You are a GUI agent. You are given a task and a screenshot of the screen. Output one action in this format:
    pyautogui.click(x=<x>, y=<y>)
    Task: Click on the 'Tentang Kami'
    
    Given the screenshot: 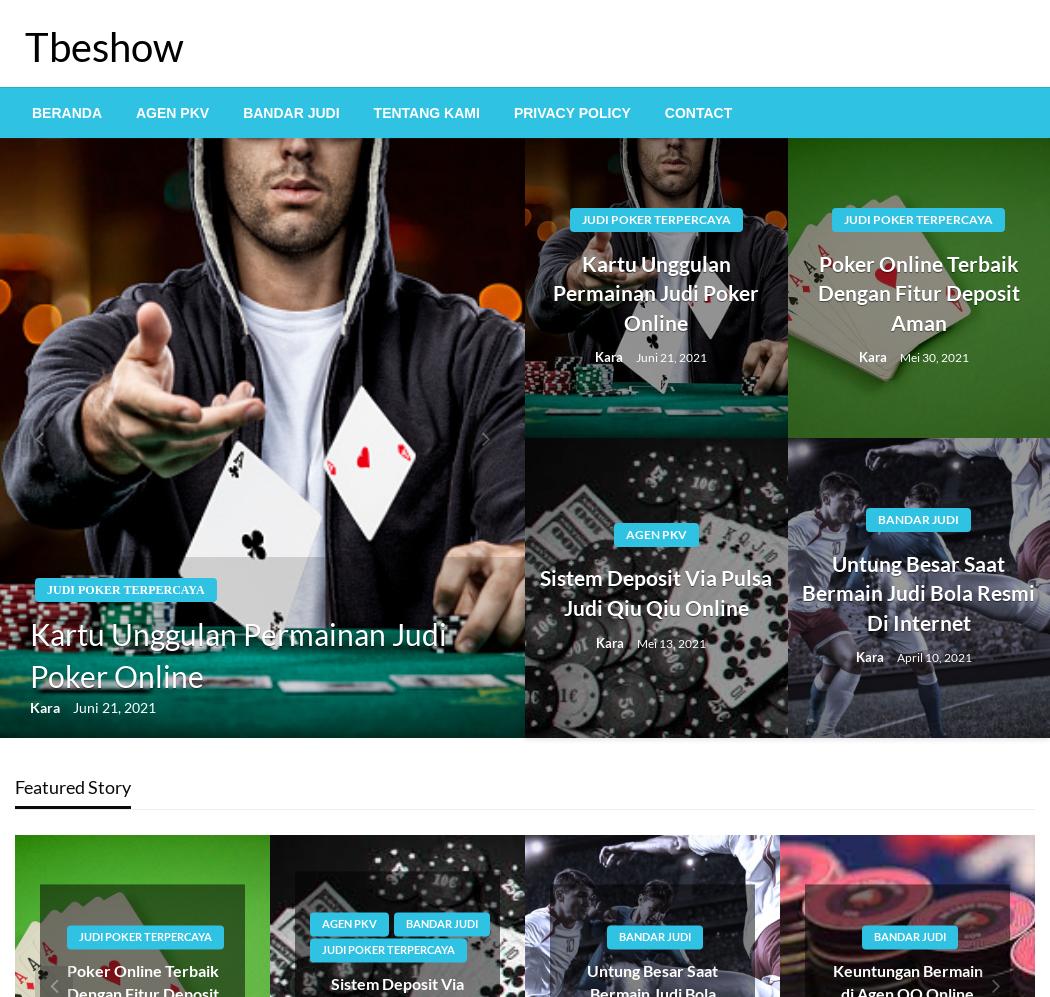 What is the action you would take?
    pyautogui.click(x=424, y=112)
    